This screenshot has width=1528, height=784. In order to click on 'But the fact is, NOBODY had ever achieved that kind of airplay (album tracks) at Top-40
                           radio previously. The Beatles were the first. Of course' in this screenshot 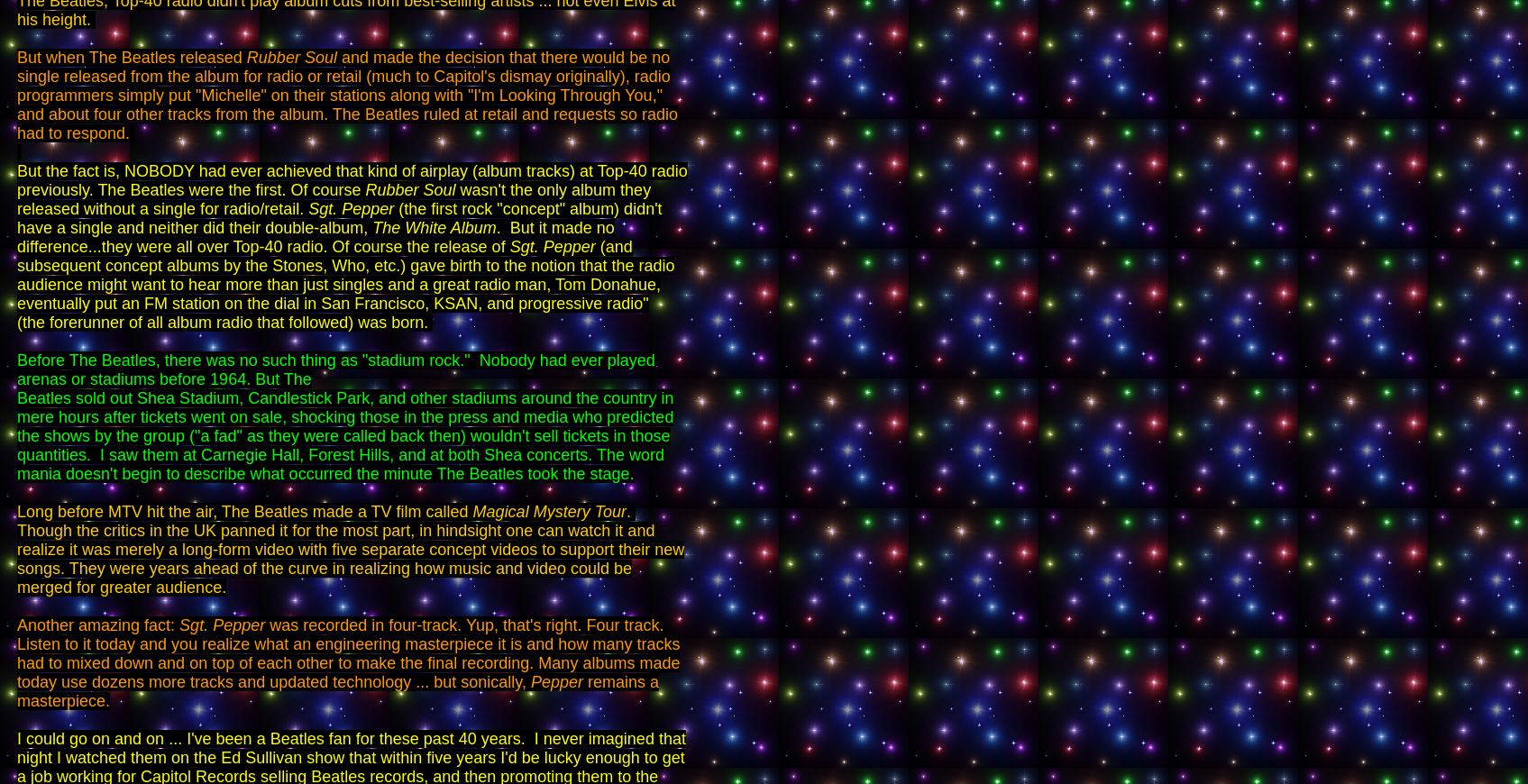, I will do `click(351, 179)`.